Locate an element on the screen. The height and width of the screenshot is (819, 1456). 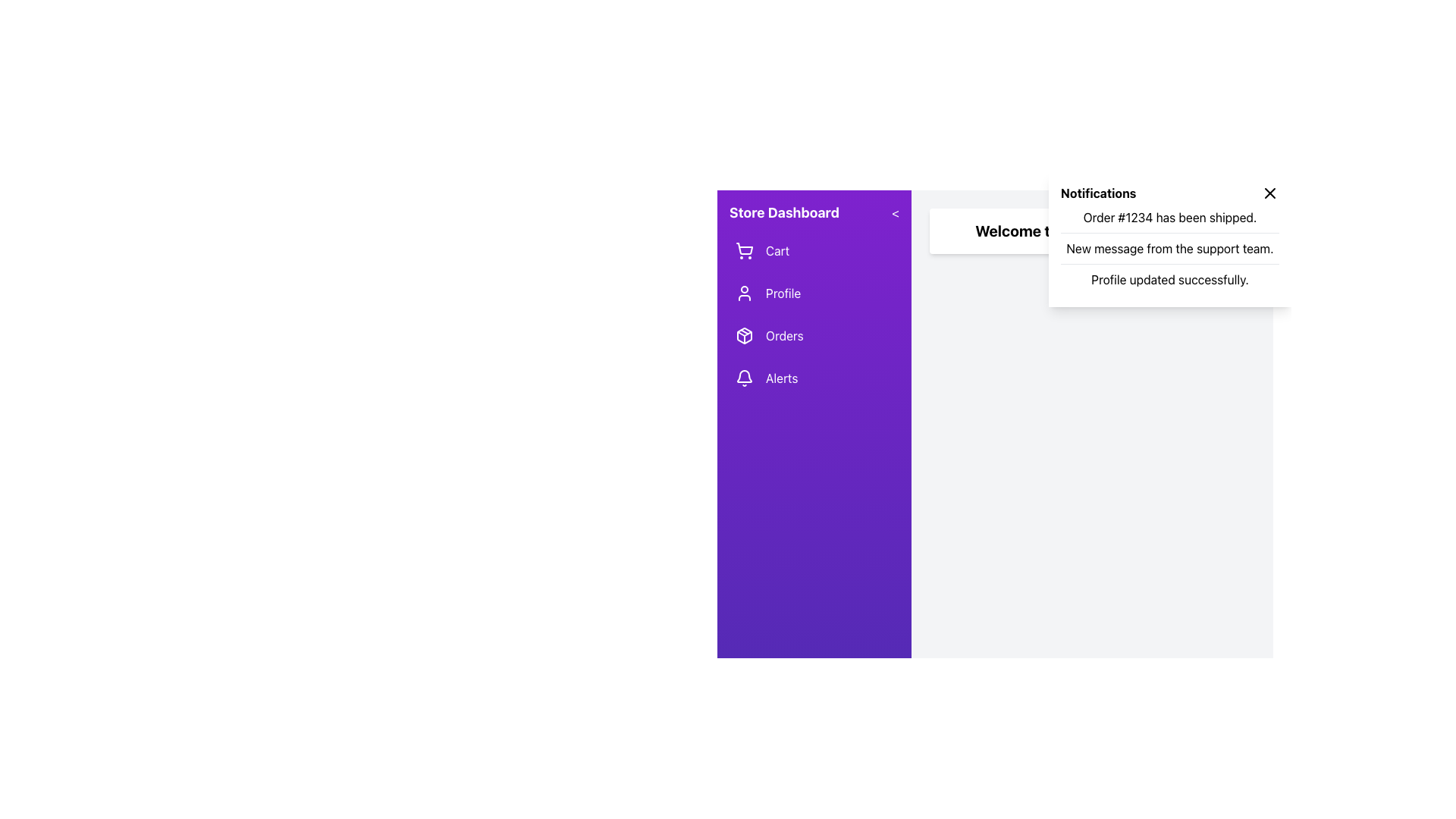
the bell notification icon, which is a rounded outline styled in a line drawing format, located at the bottom of the purple sidebar, beneath the 'Orders' item is located at coordinates (745, 375).